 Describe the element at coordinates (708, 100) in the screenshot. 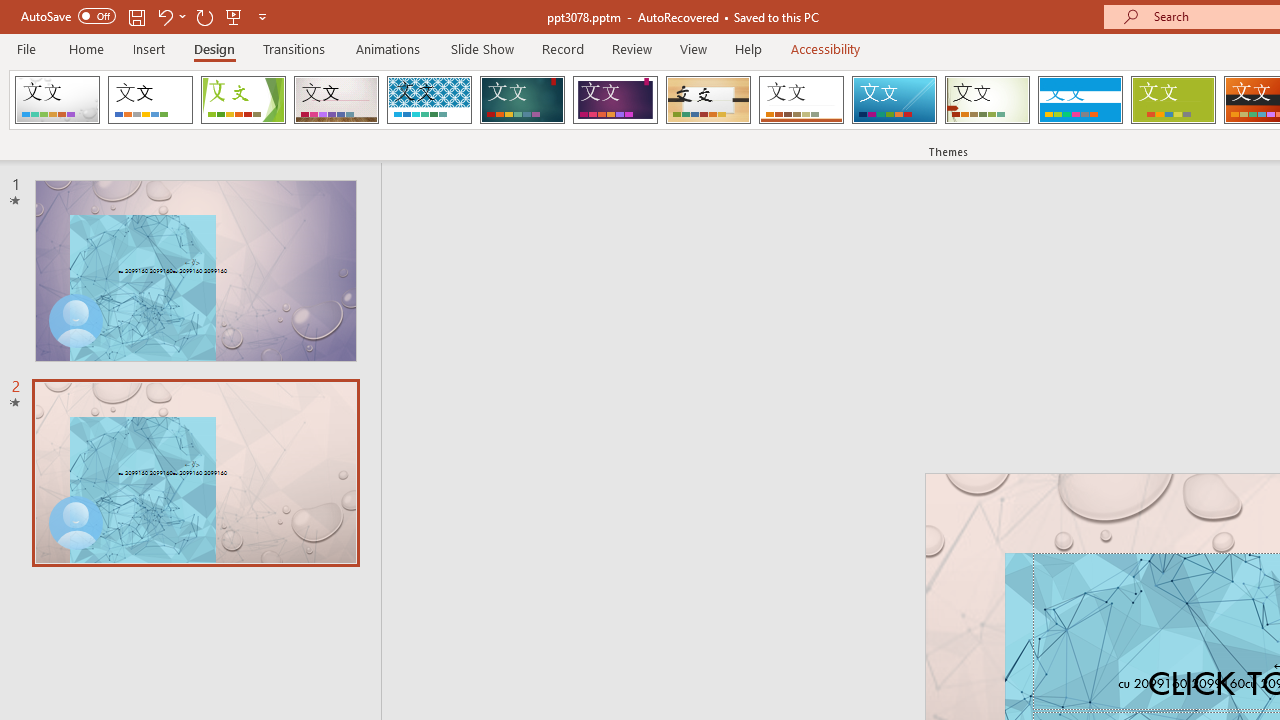

I see `'Organic'` at that location.